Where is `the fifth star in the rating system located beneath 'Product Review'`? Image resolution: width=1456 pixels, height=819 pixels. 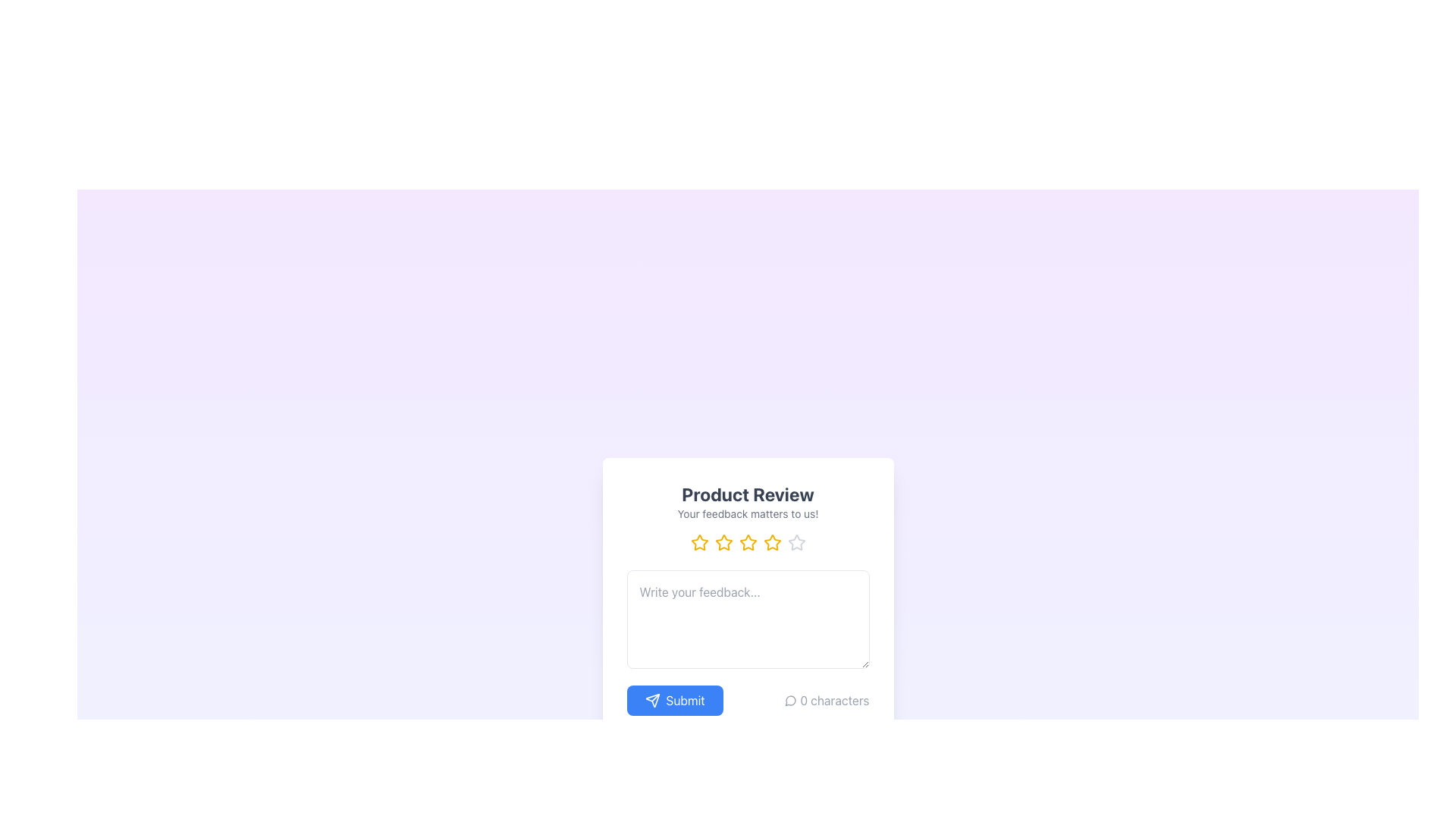
the fifth star in the rating system located beneath 'Product Review' is located at coordinates (795, 541).